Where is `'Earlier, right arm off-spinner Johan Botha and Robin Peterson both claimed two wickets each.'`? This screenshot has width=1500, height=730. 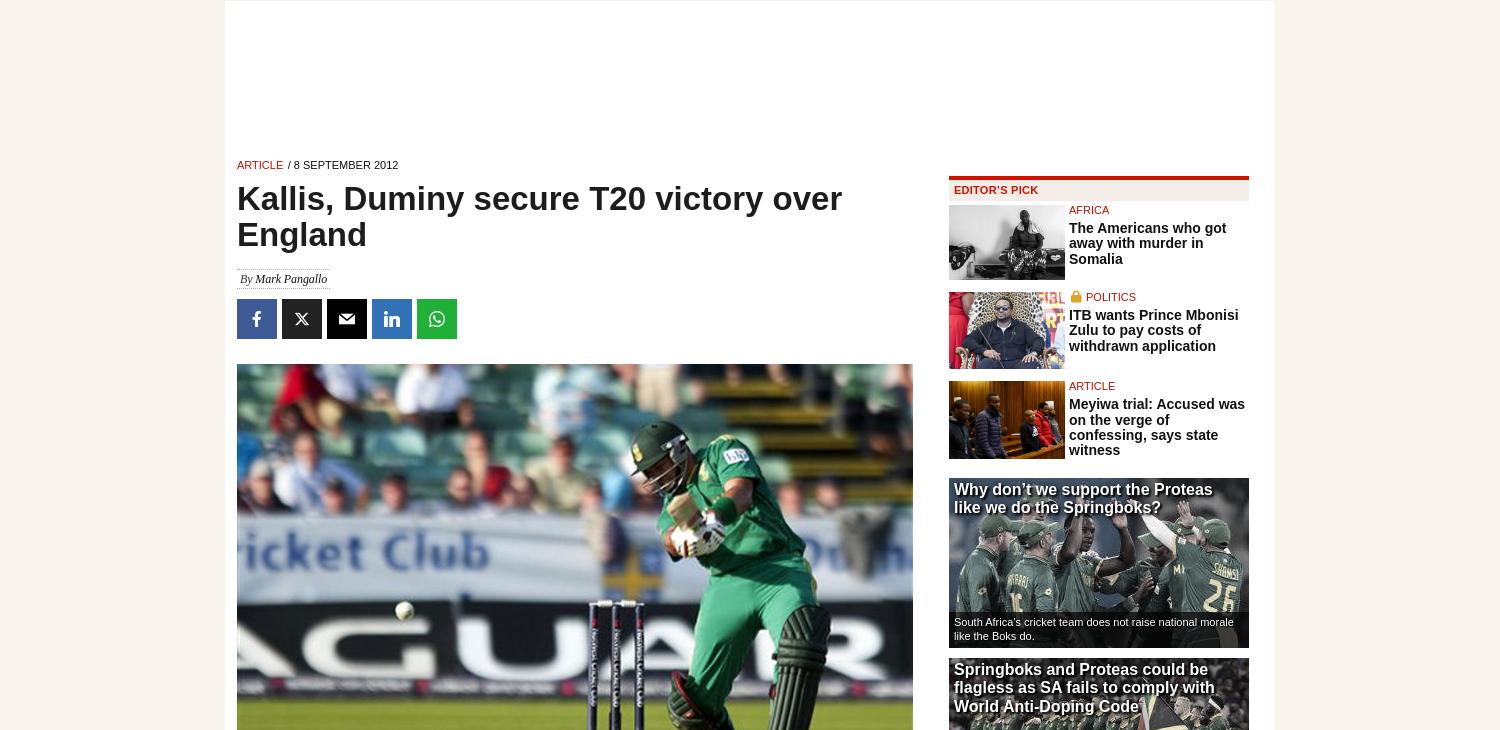 'Earlier, right arm off-spinner Johan Botha and Robin Peterson both claimed two wickets each.' is located at coordinates (560, 256).